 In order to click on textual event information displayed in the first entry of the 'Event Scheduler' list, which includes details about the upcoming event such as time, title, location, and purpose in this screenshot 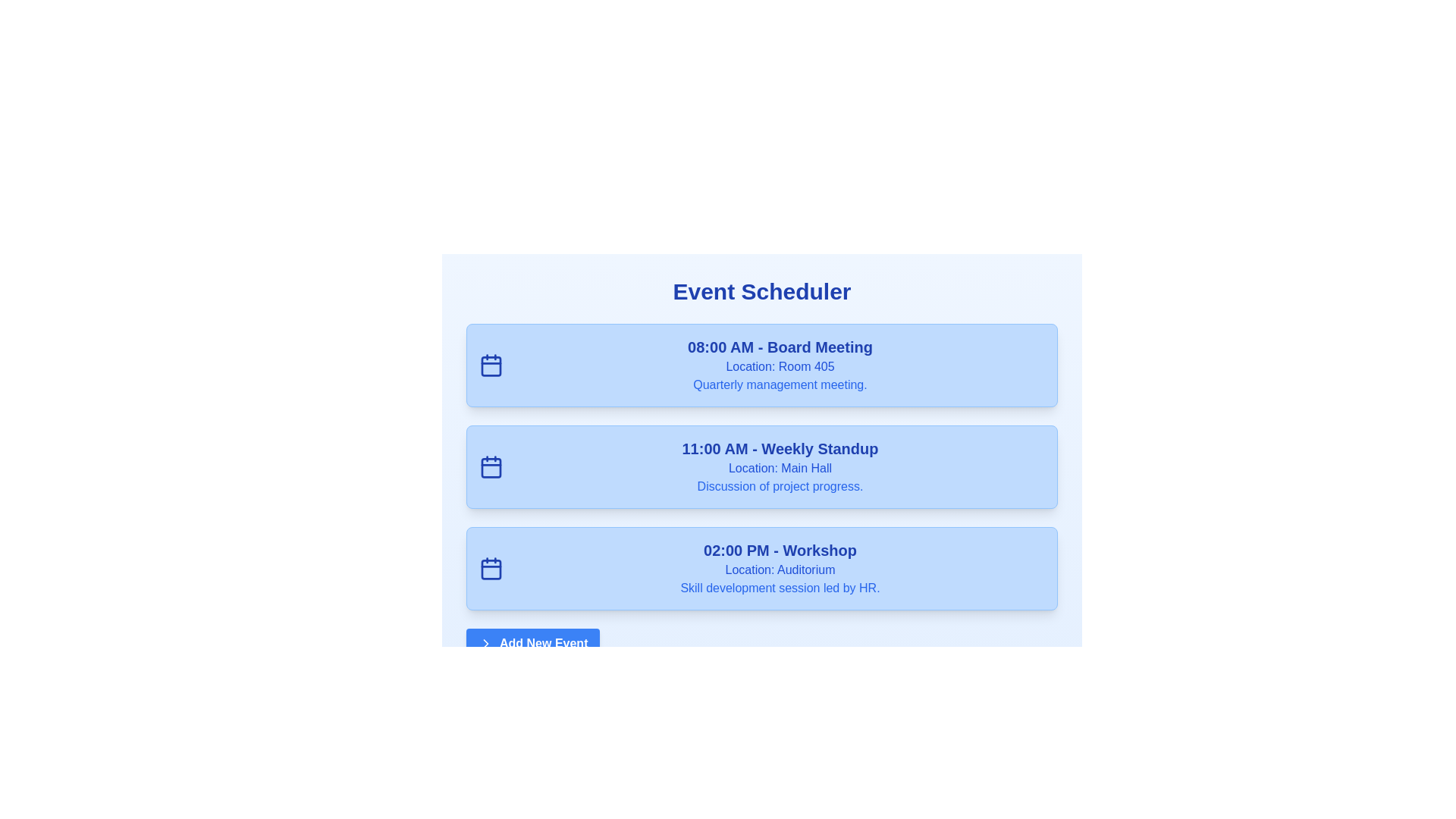, I will do `click(780, 366)`.